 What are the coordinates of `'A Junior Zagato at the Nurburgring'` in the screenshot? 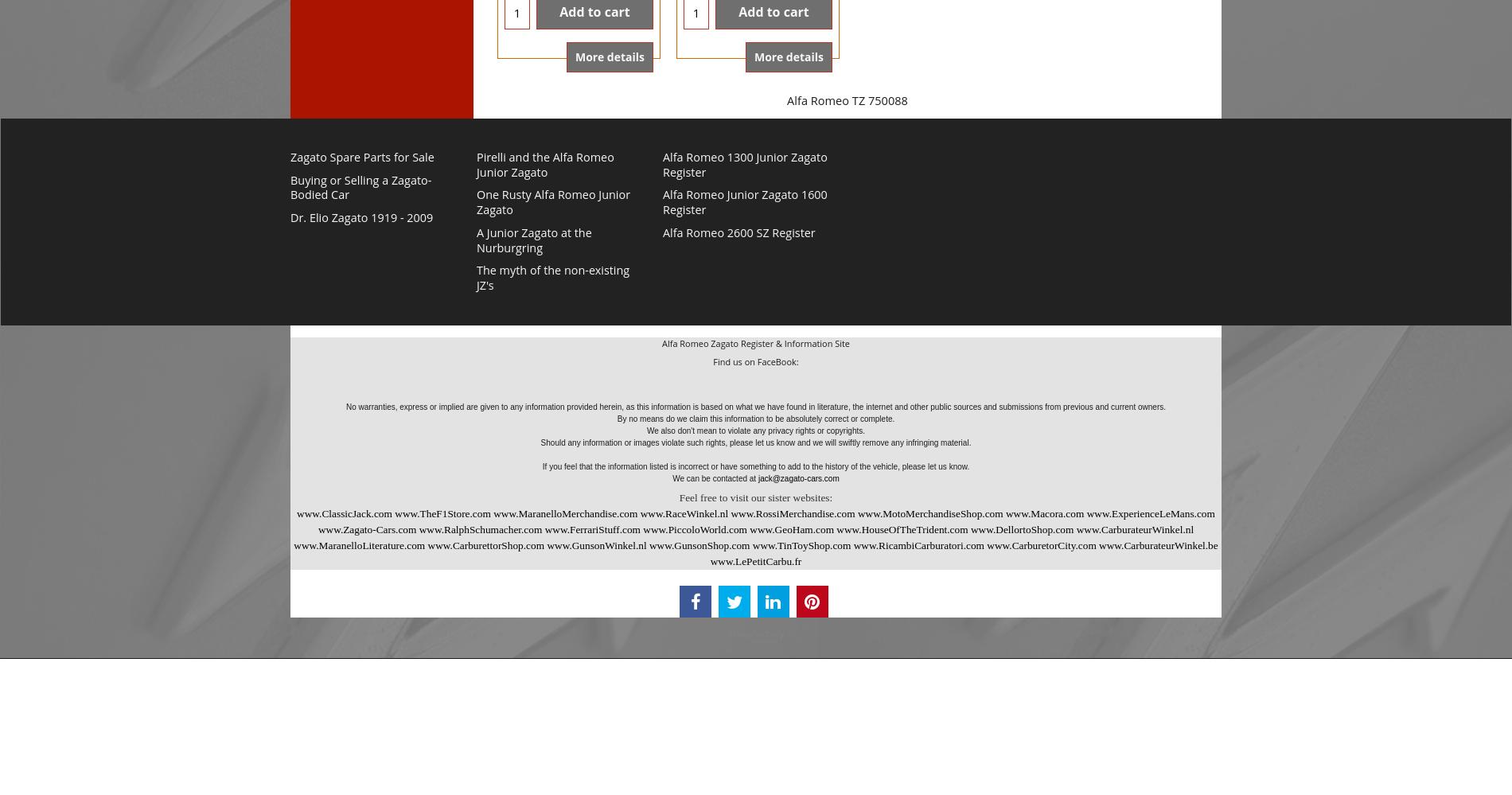 It's located at (477, 238).